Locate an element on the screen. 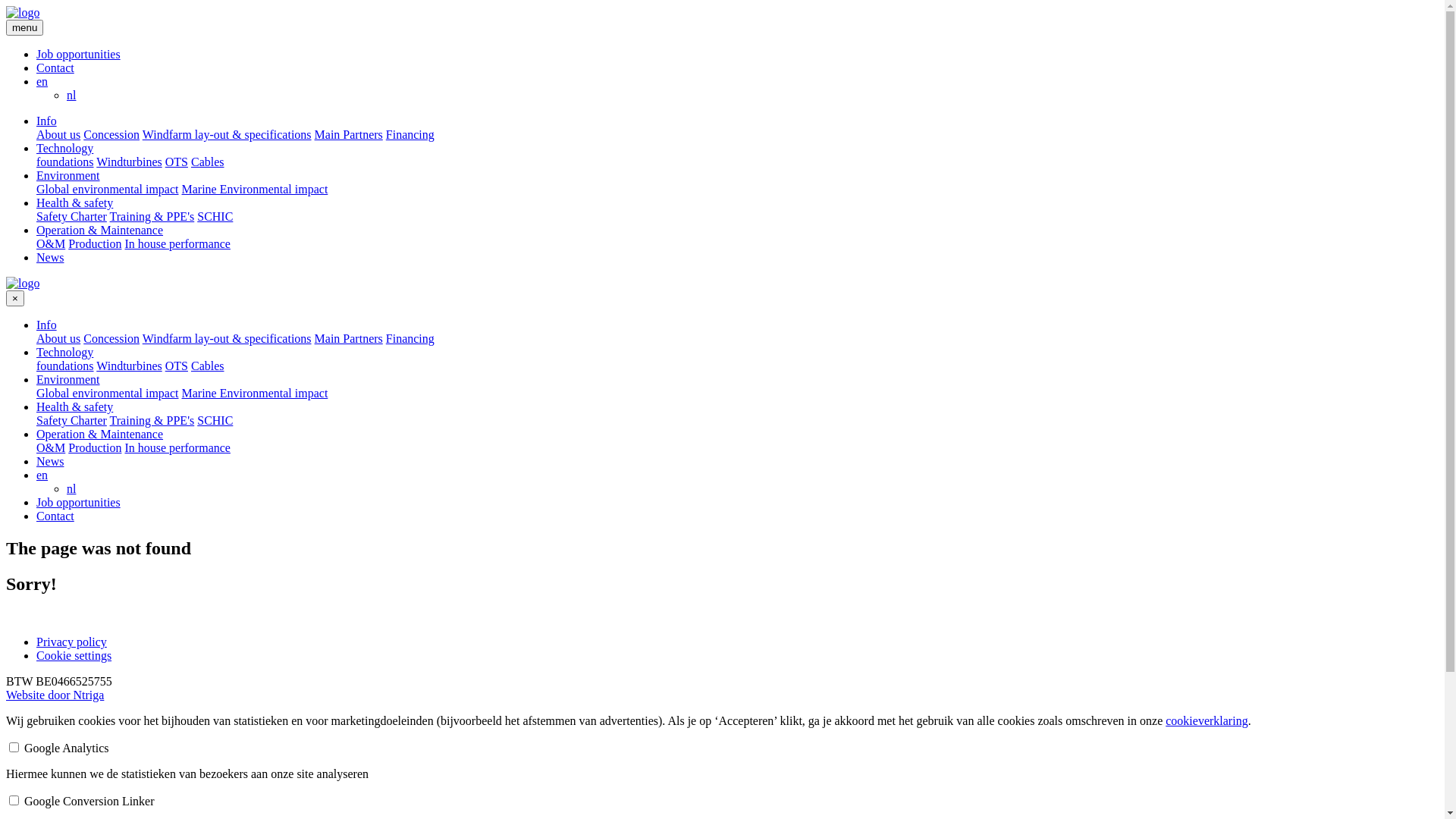  'Job opportunities' is located at coordinates (77, 502).